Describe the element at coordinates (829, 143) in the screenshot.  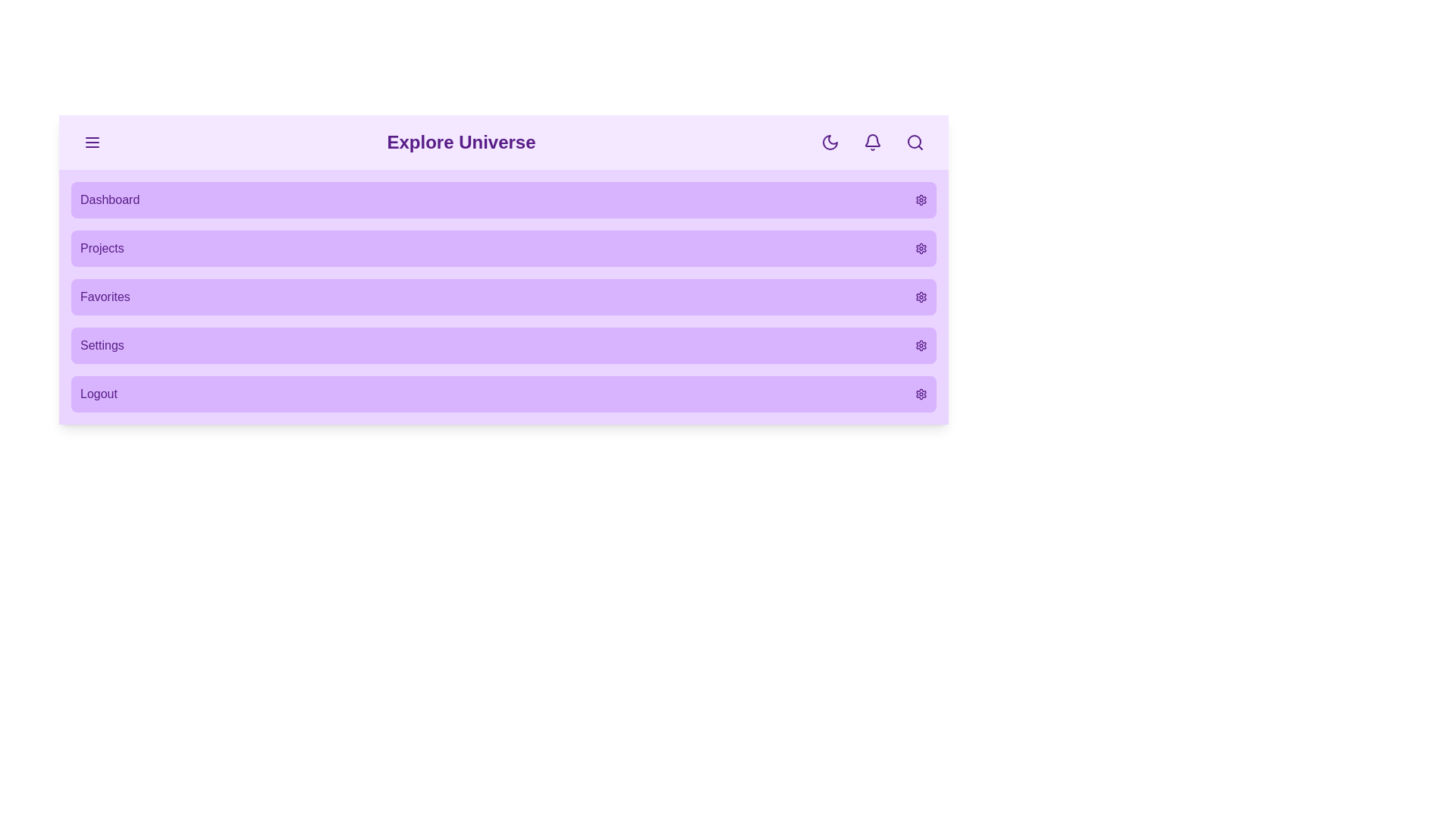
I see `the dark mode toggle button to switch between dark and light modes` at that location.